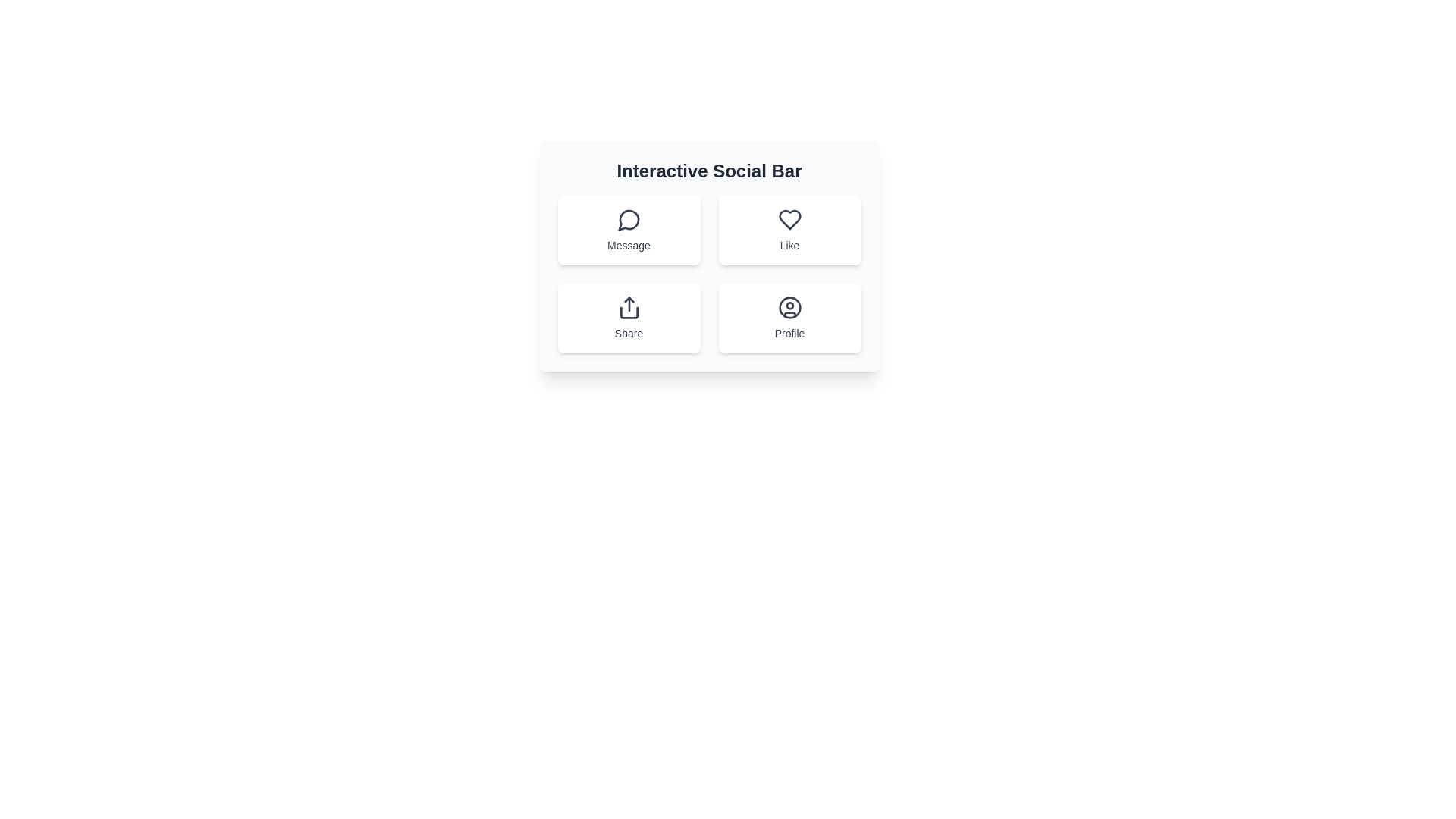  I want to click on the user profile icon located in the bottom-right tile of the card interface, which is labeled 'Profile', so click(789, 307).